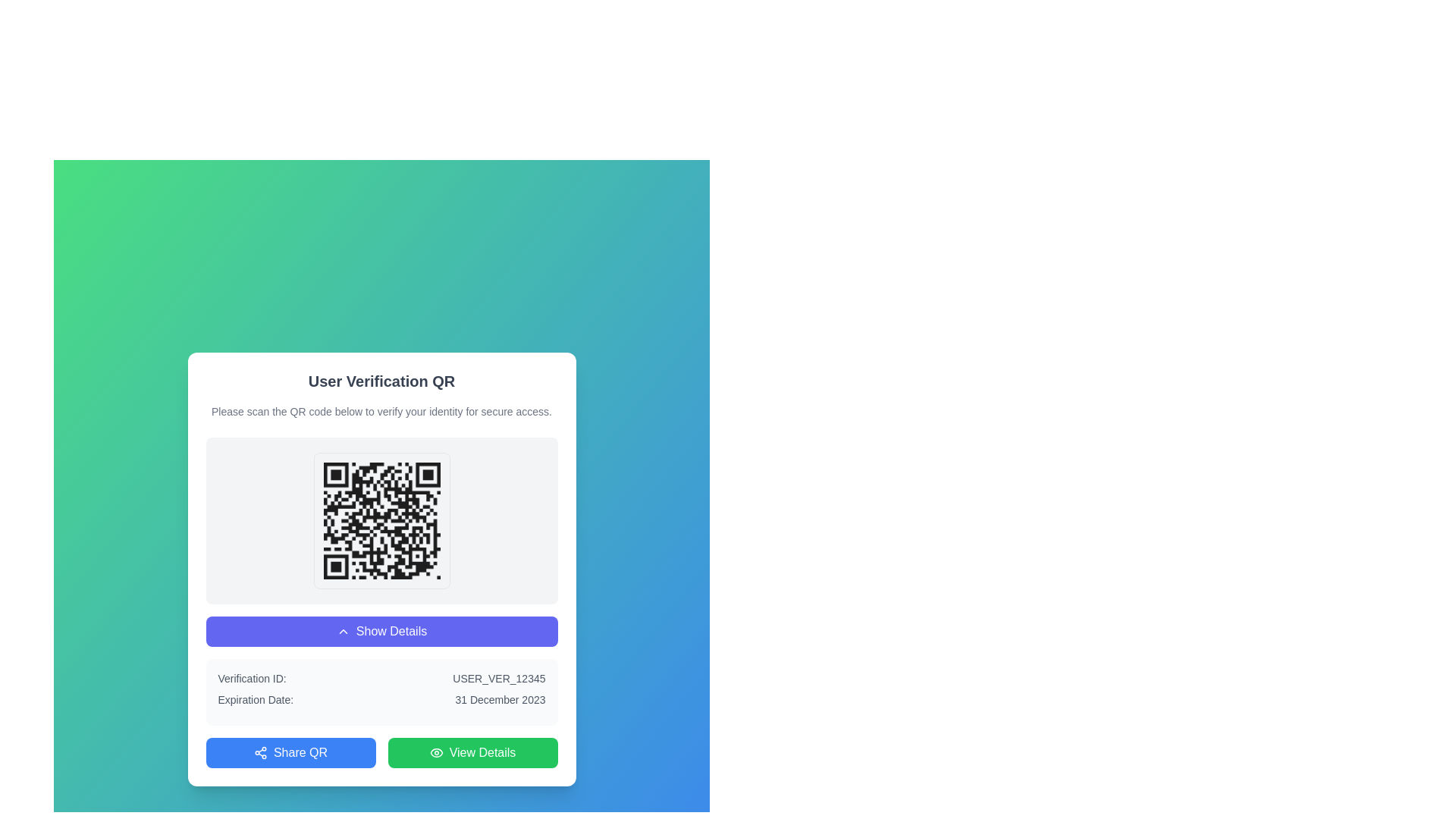 The image size is (1456, 819). I want to click on the upwards-pointing chevron icon located within the 'Show Details' button, which is part of the user verification interface, so click(342, 632).